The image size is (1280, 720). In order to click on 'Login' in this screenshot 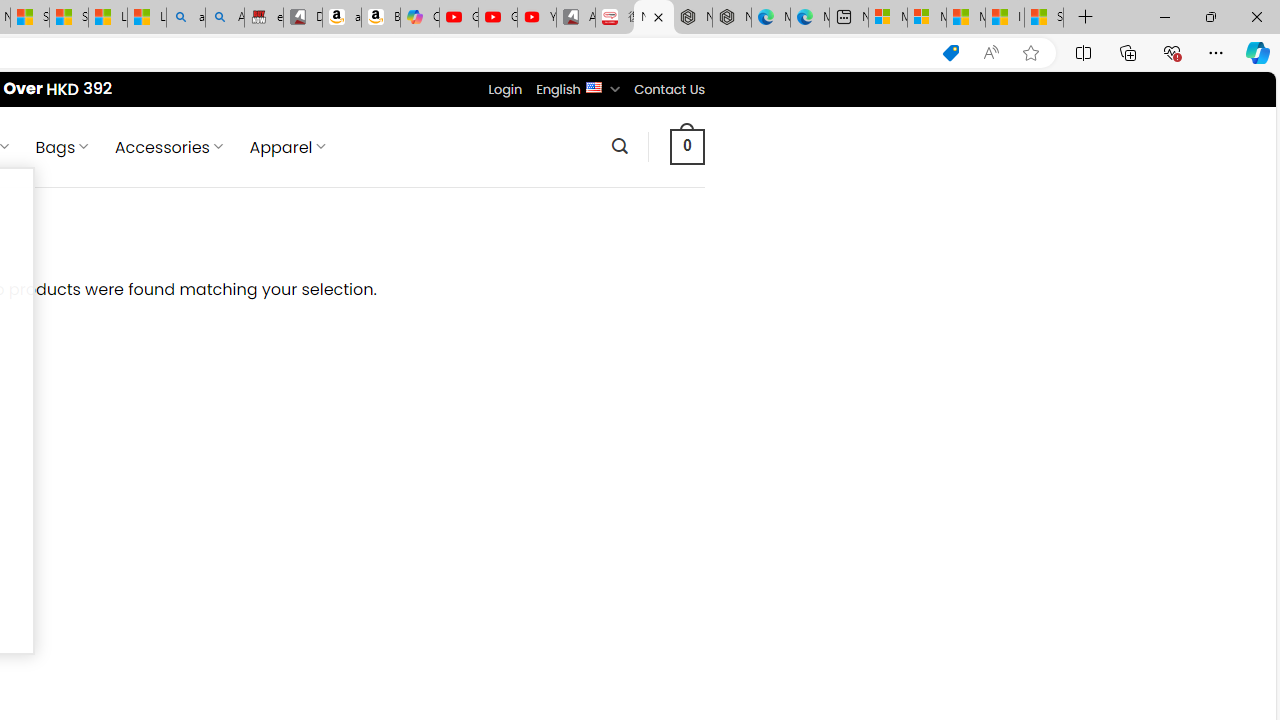, I will do `click(505, 88)`.